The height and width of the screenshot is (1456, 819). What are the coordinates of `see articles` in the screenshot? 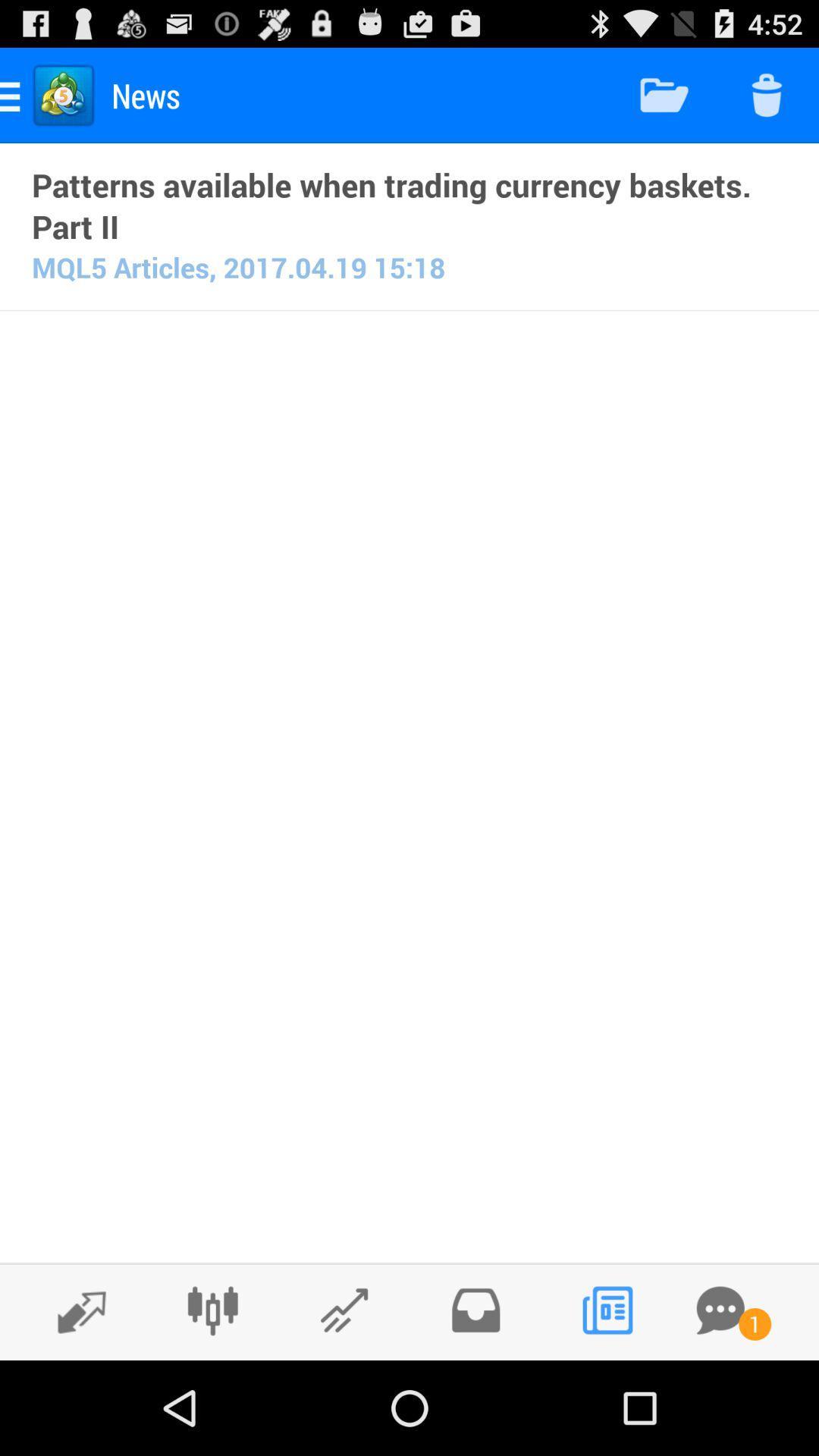 It's located at (606, 1310).